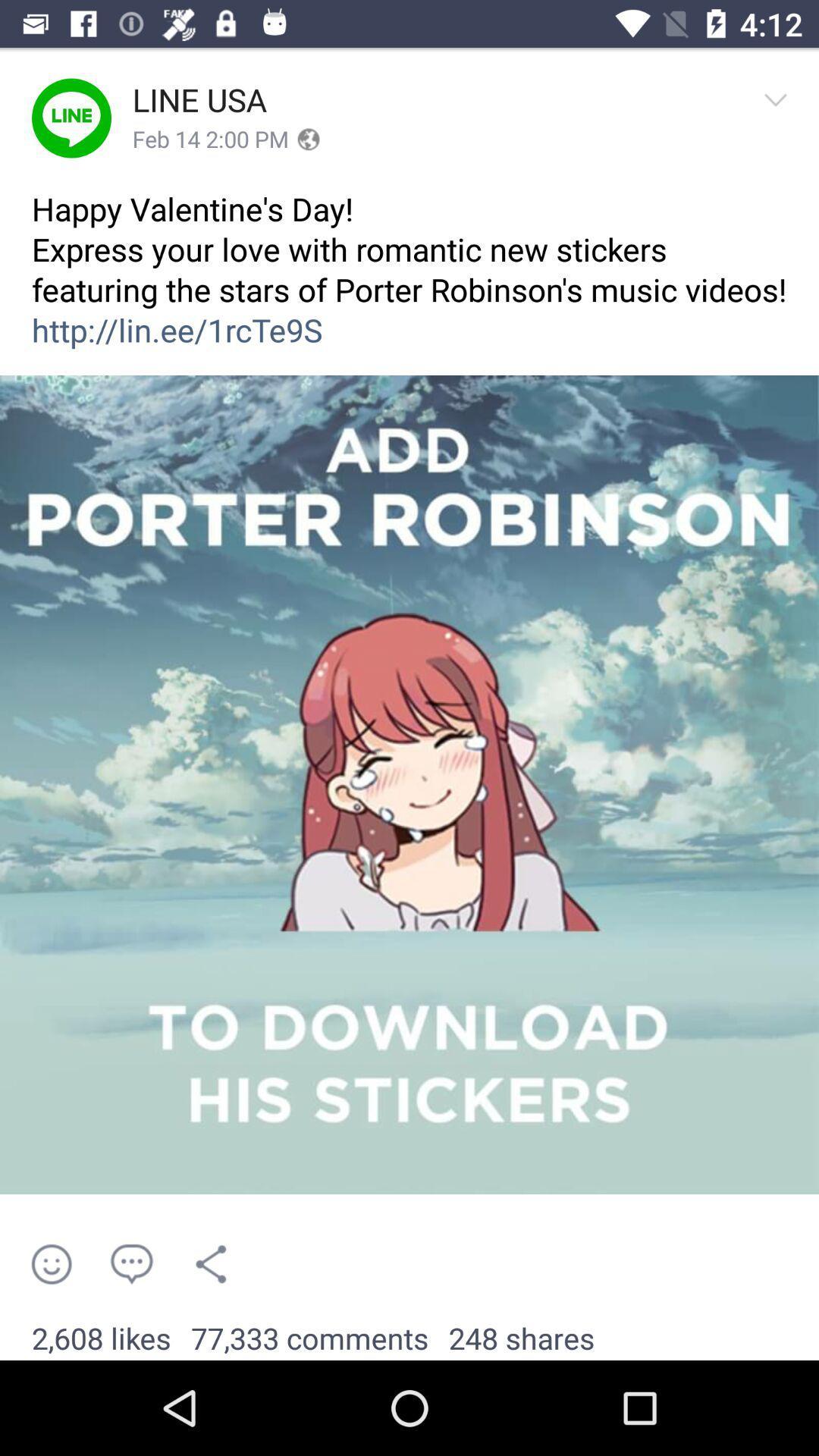 This screenshot has width=819, height=1456. What do you see at coordinates (101, 1339) in the screenshot?
I see `2,608 likes item` at bounding box center [101, 1339].